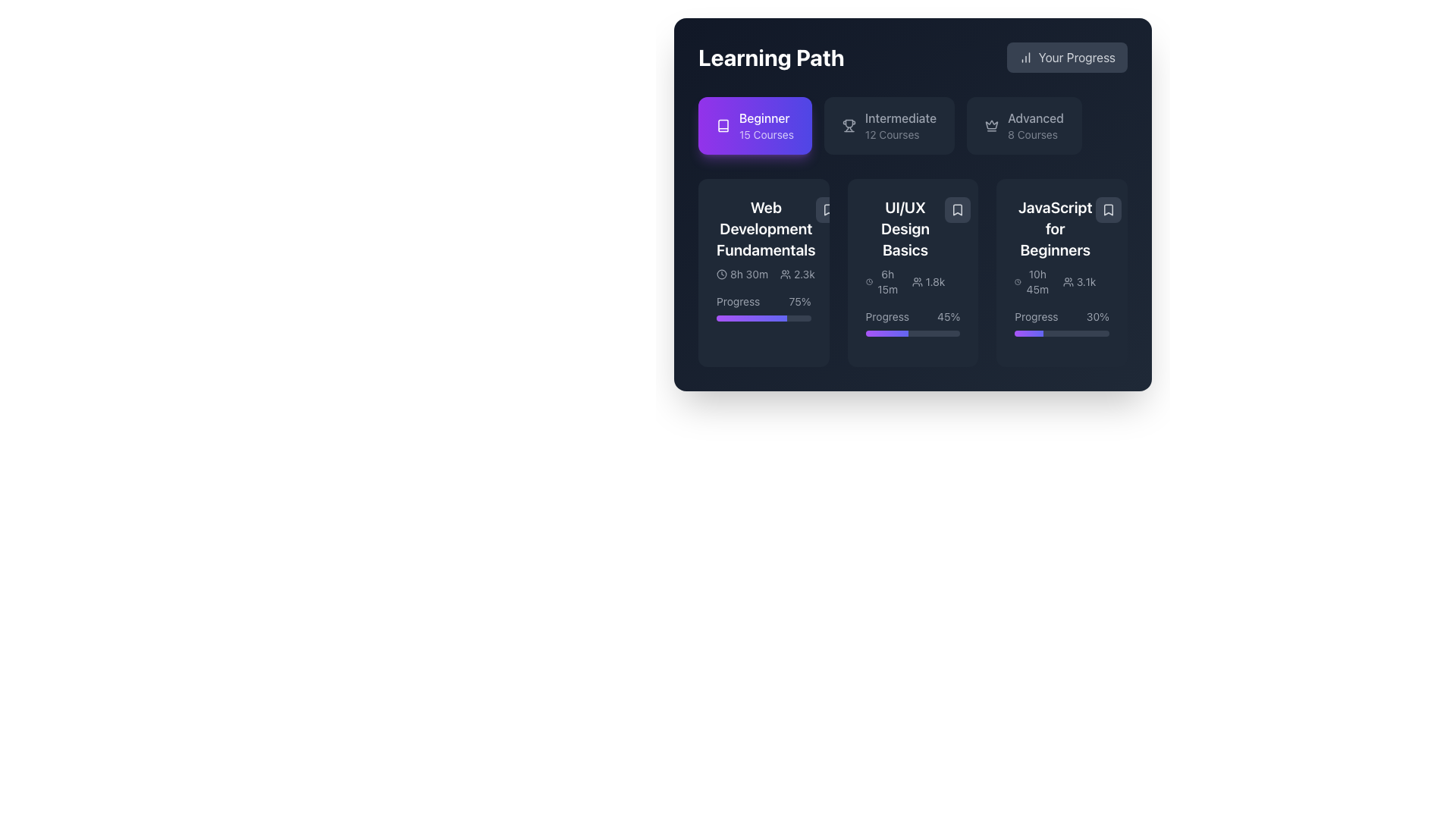 This screenshot has height=819, width=1456. I want to click on the text element displaying the number of participants engaged in the 'UI/UX Design Basics' course, located to the right of the duration value '6h 15m' and above the progress bar, so click(927, 281).